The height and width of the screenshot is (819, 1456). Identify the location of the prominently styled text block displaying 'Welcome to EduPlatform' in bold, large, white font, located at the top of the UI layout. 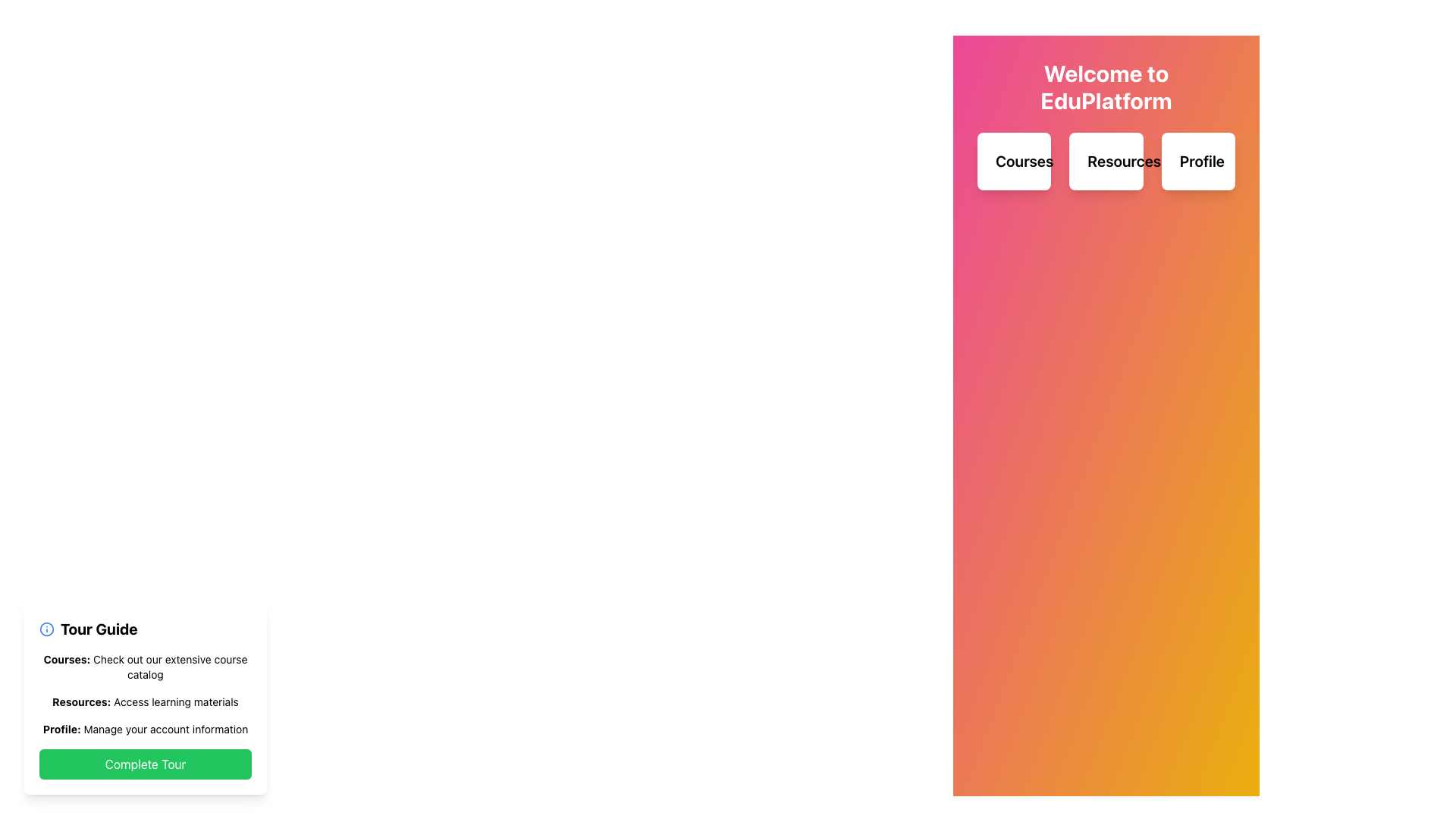
(1106, 87).